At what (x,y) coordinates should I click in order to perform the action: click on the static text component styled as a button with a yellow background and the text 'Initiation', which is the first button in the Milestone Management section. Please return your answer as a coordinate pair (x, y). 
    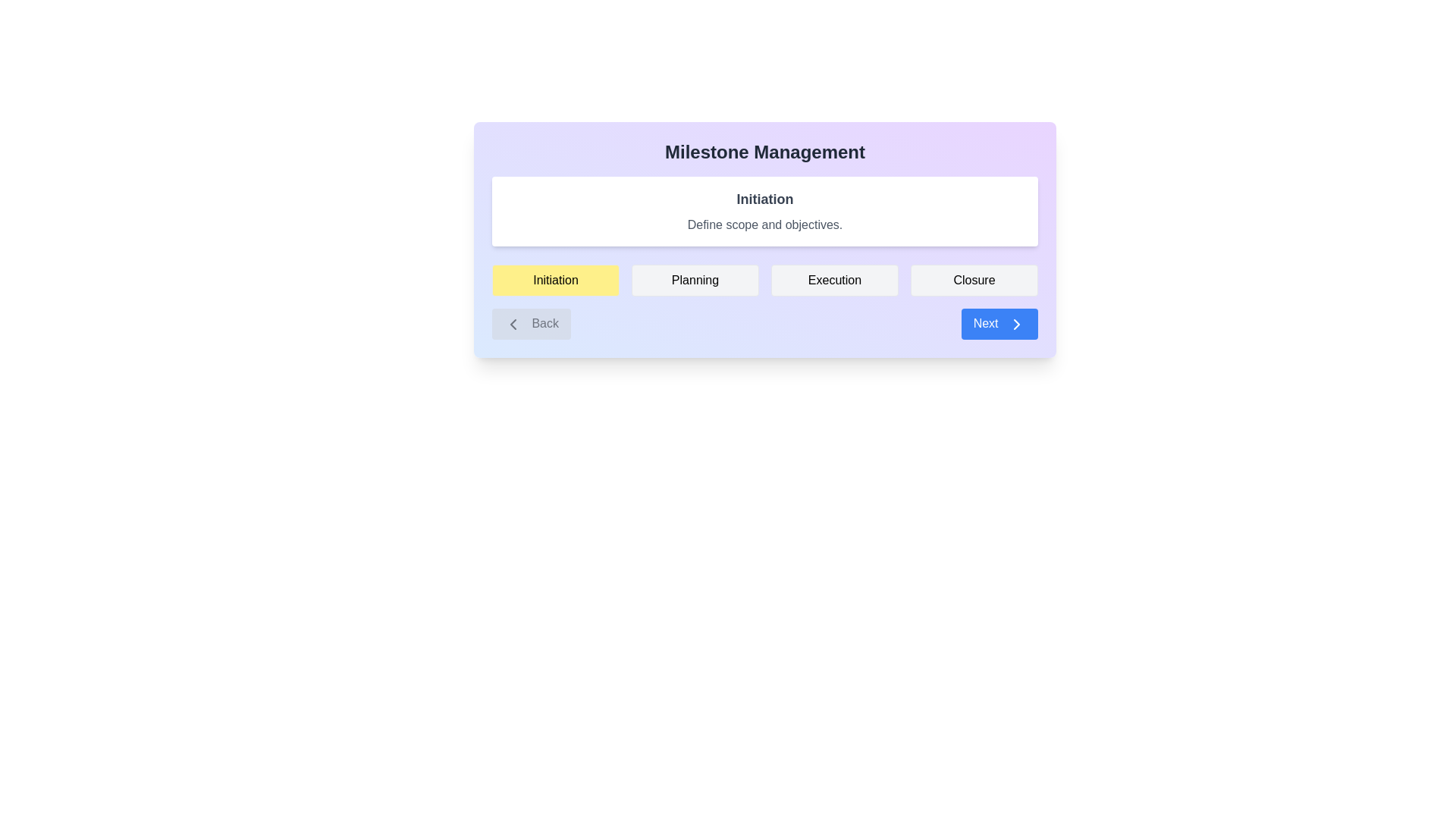
    Looking at the image, I should click on (555, 281).